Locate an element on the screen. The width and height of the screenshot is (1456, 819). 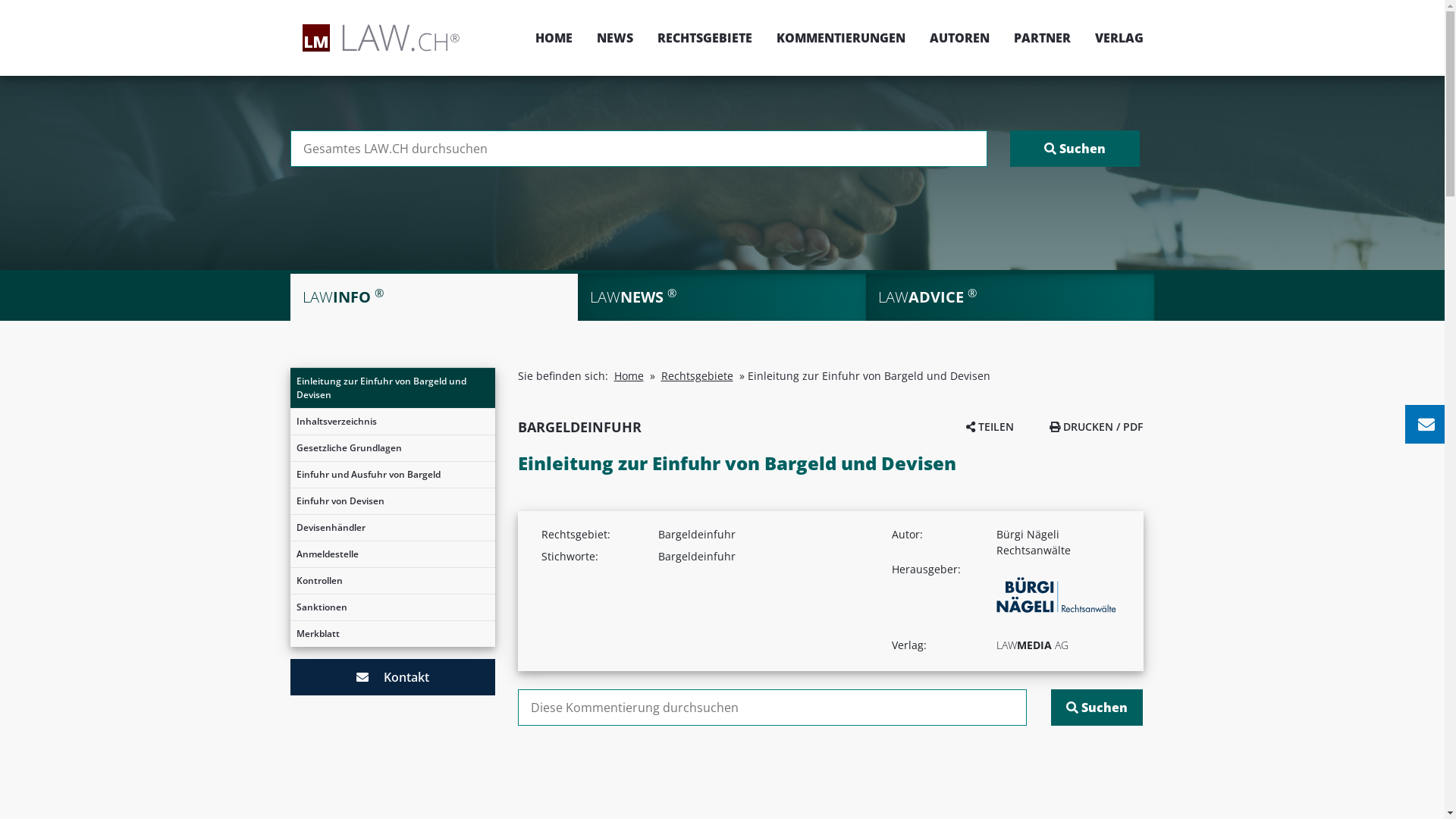
' TEILEN' is located at coordinates (990, 426).